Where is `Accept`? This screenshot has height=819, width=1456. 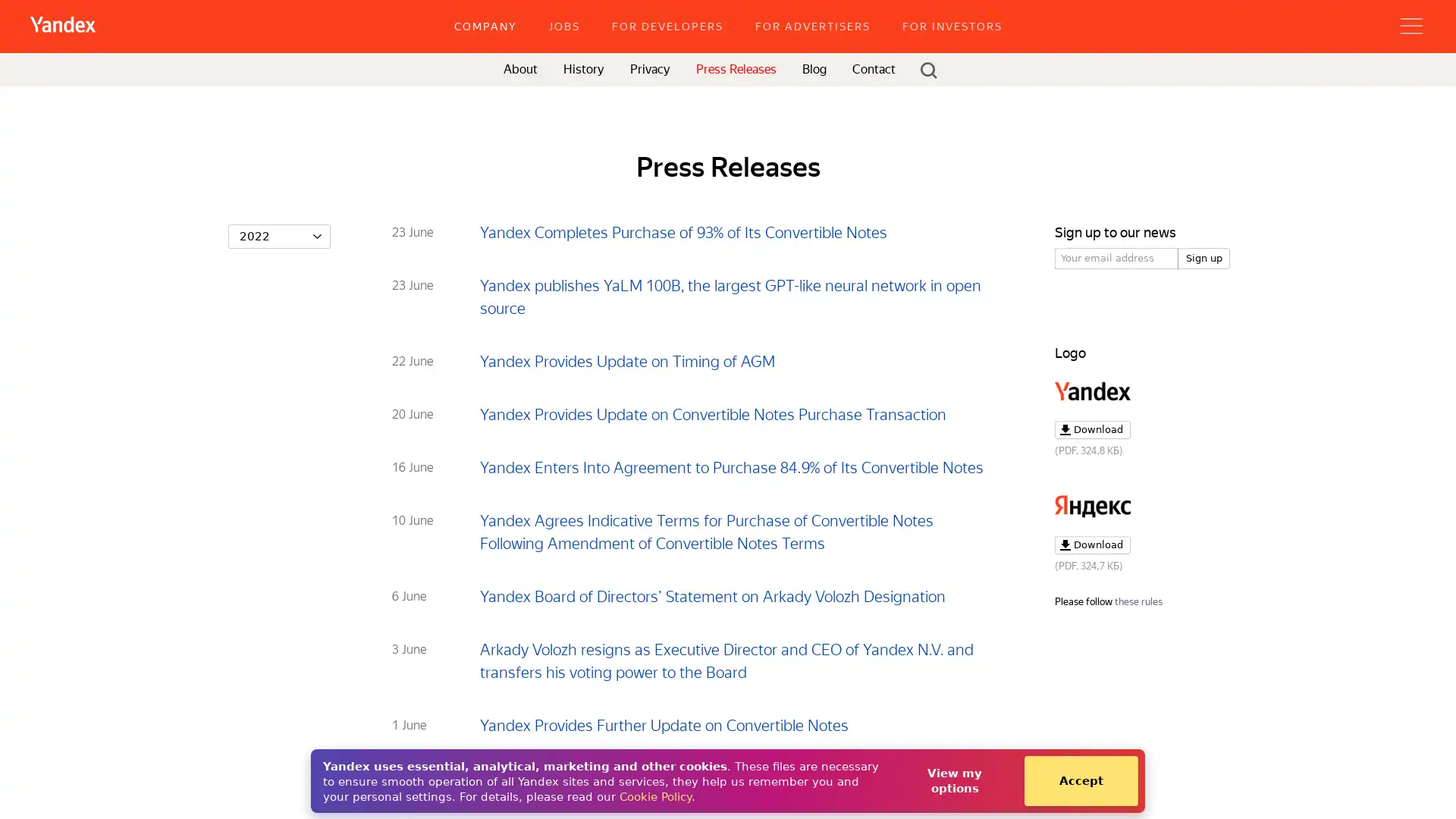
Accept is located at coordinates (1080, 780).